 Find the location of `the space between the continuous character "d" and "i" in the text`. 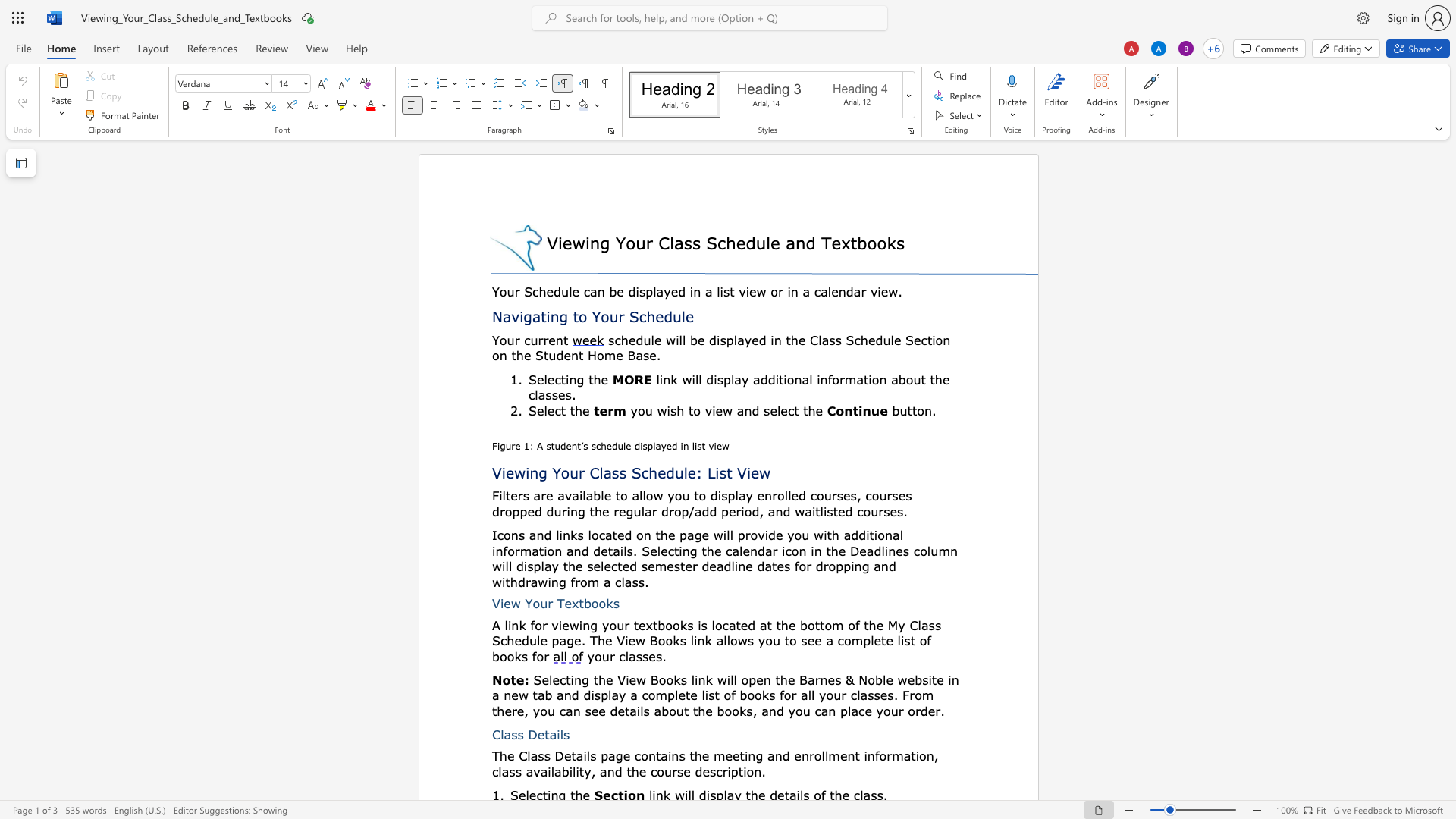

the space between the continuous character "d" and "i" in the text is located at coordinates (711, 378).